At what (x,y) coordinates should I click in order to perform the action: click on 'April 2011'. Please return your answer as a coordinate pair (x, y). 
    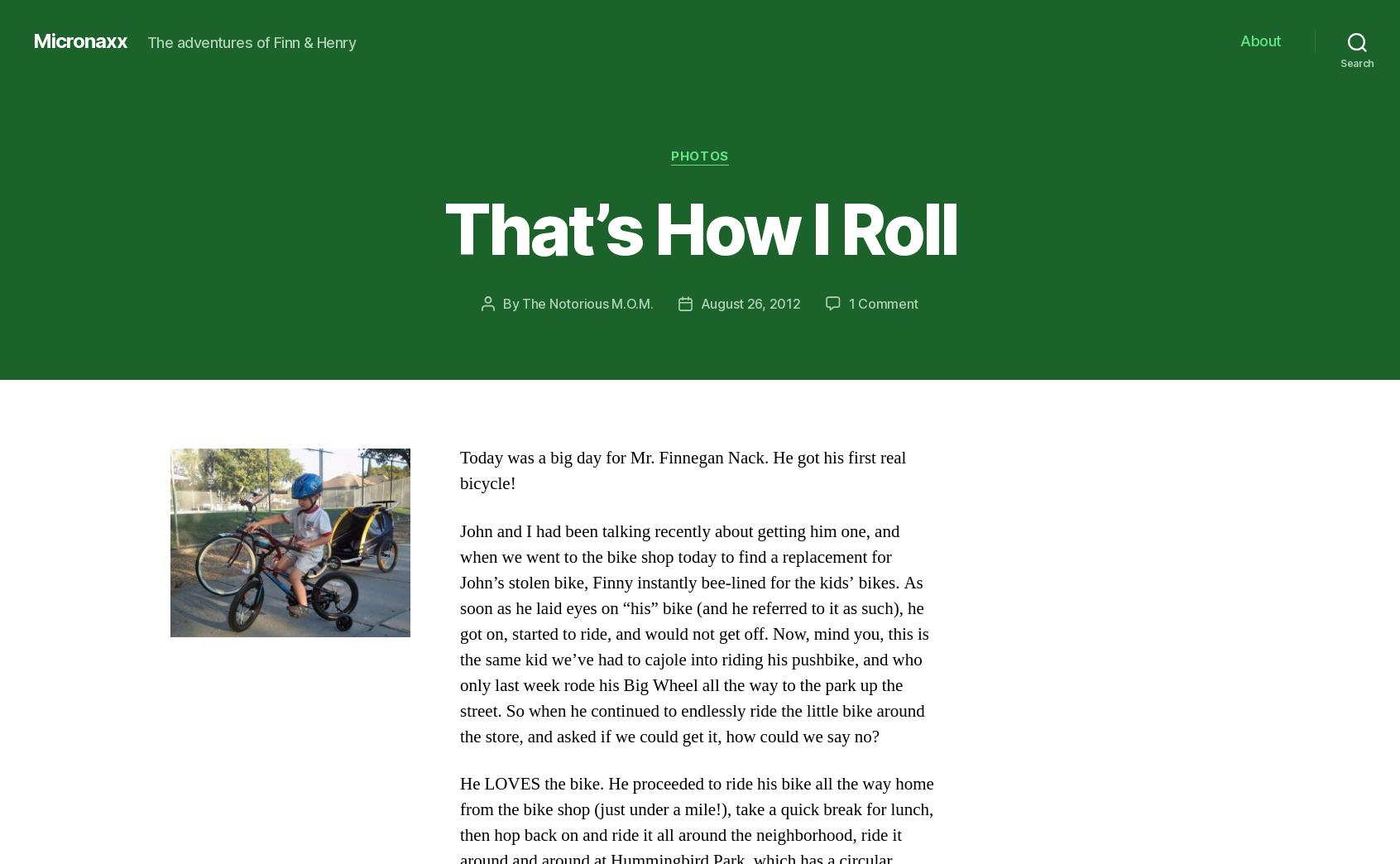
    Looking at the image, I should click on (244, 499).